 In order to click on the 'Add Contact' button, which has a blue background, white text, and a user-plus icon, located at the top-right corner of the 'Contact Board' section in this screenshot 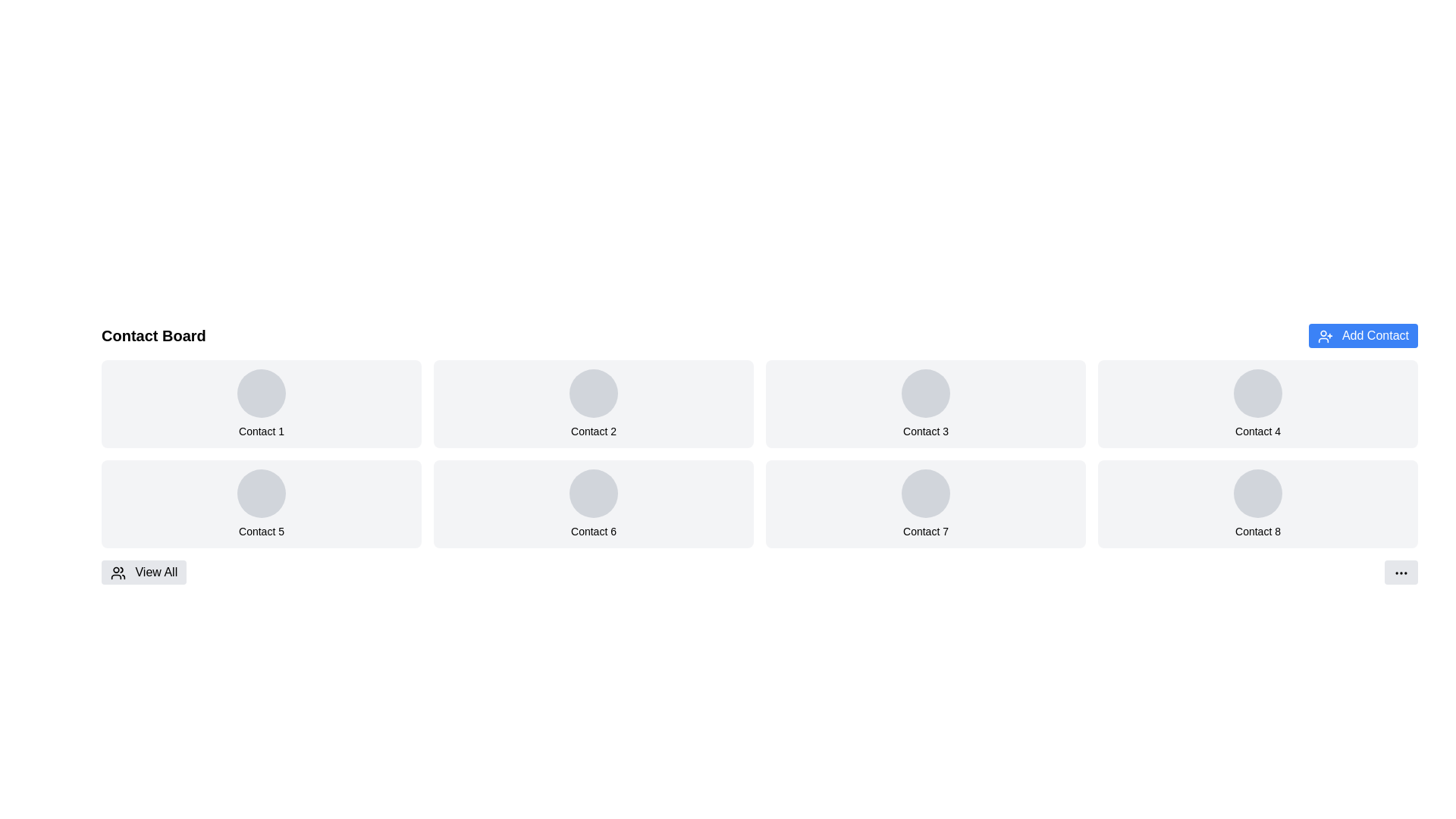, I will do `click(1363, 335)`.